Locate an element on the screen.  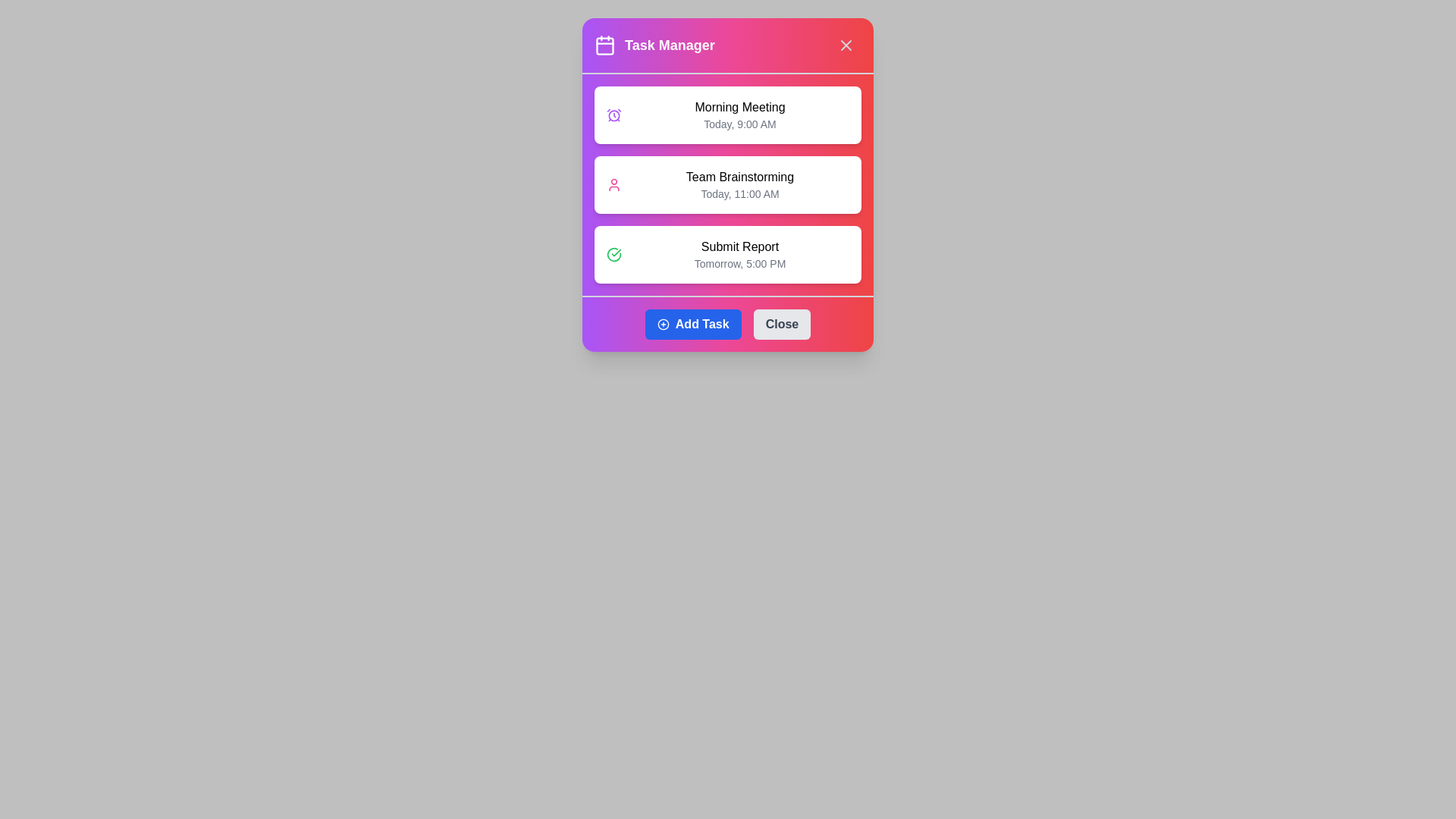
text label that displays 'Today, 11:00 AM', which is styled in a small gray font and positioned below the 'Team Brainstorming' title is located at coordinates (739, 193).